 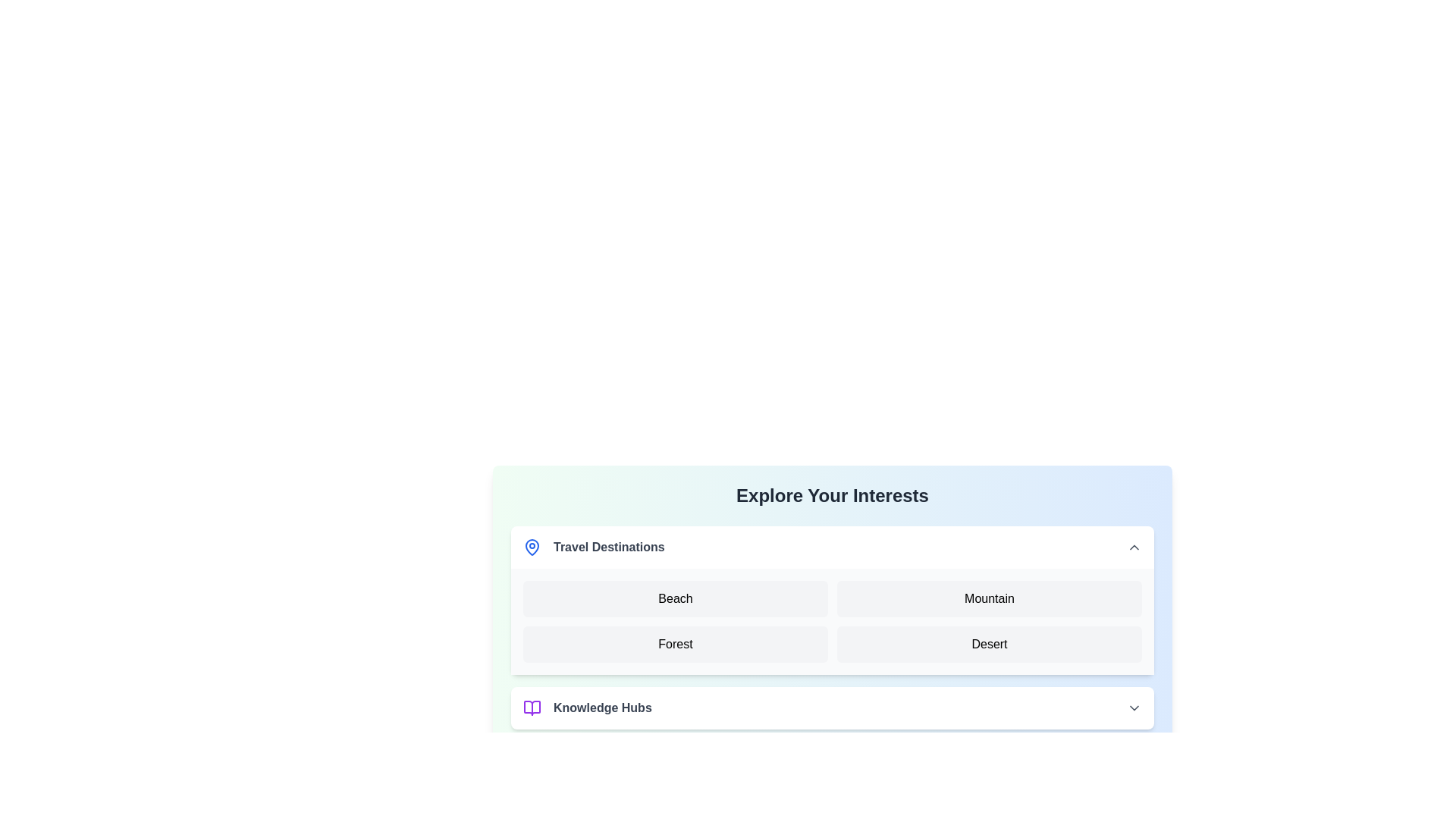 What do you see at coordinates (675, 598) in the screenshot?
I see `the 'Beach' text-based button in the 'Travel Destinations' section` at bounding box center [675, 598].